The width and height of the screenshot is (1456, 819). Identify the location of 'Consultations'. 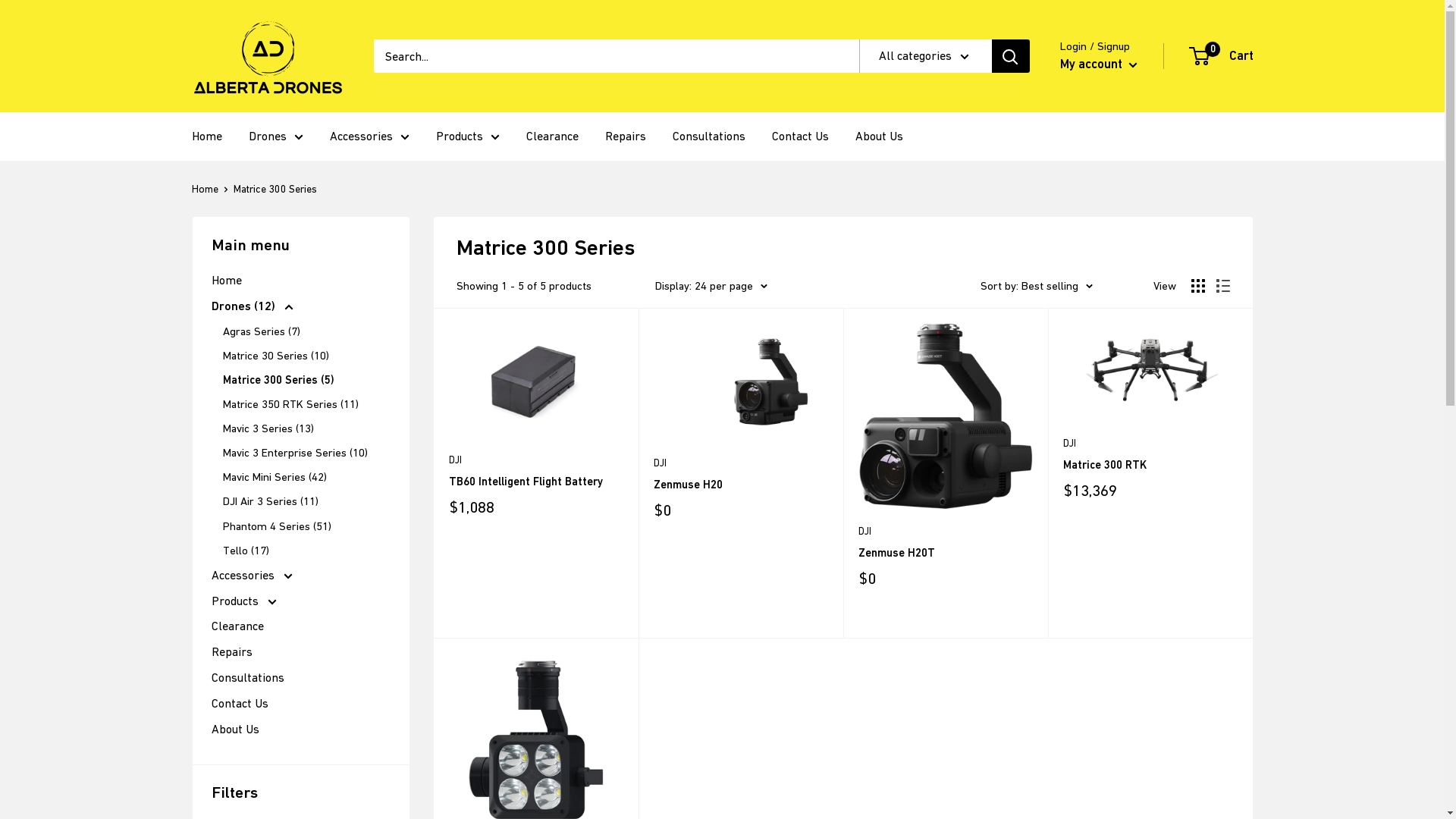
(708, 136).